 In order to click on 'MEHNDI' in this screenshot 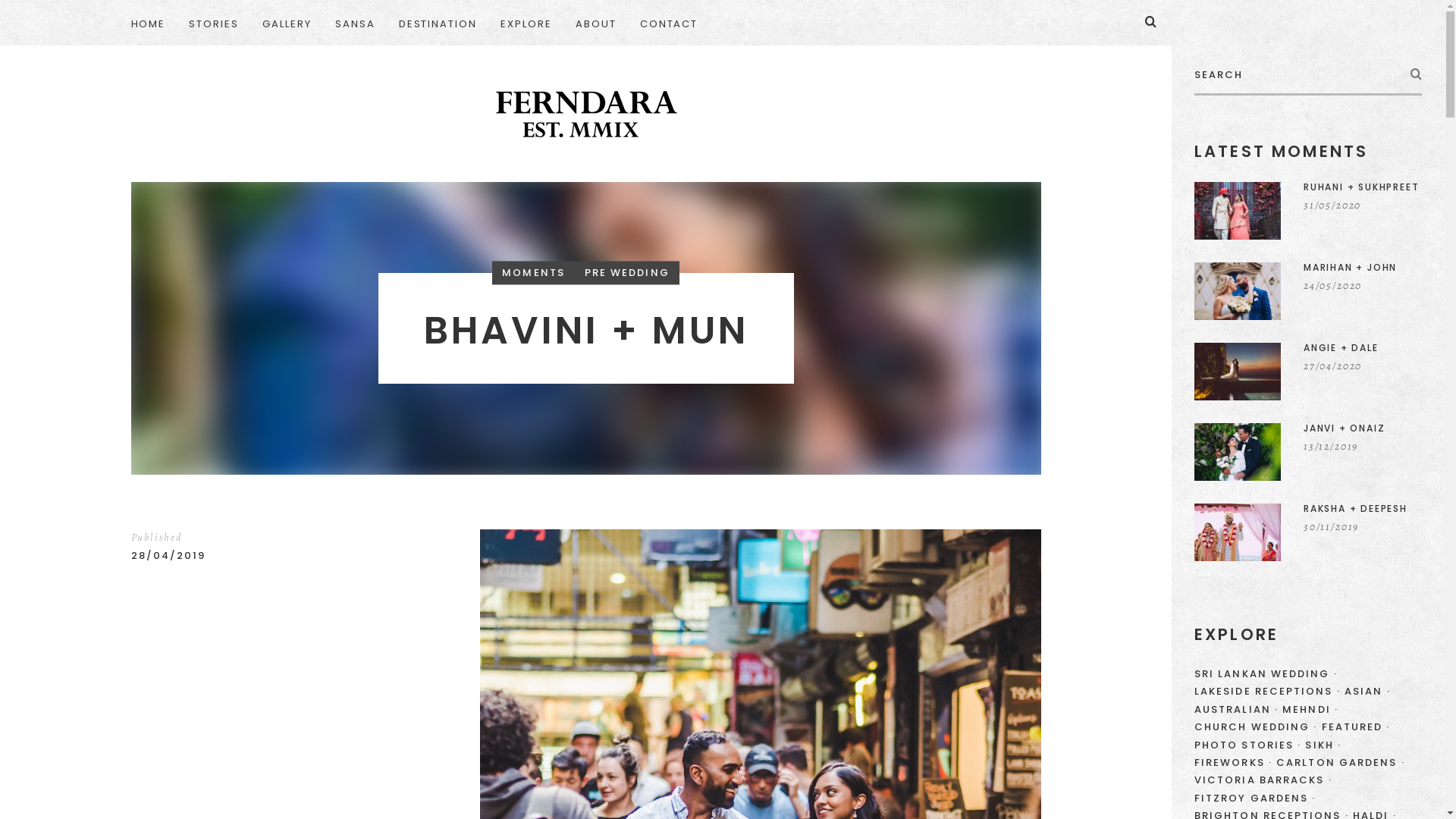, I will do `click(1310, 709)`.